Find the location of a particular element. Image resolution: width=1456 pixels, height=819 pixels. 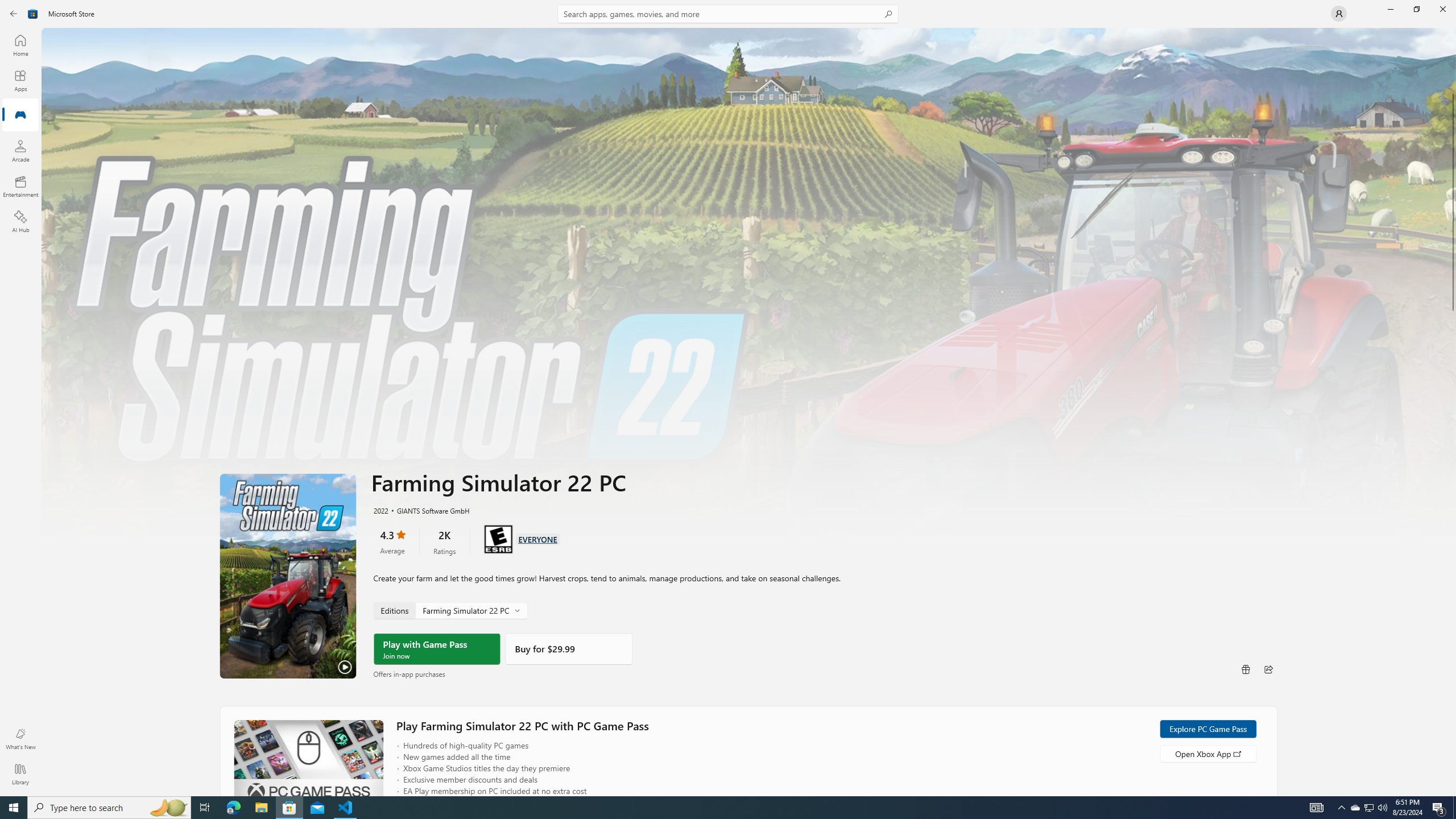

'Explore PC Game Pass' is located at coordinates (1207, 728).